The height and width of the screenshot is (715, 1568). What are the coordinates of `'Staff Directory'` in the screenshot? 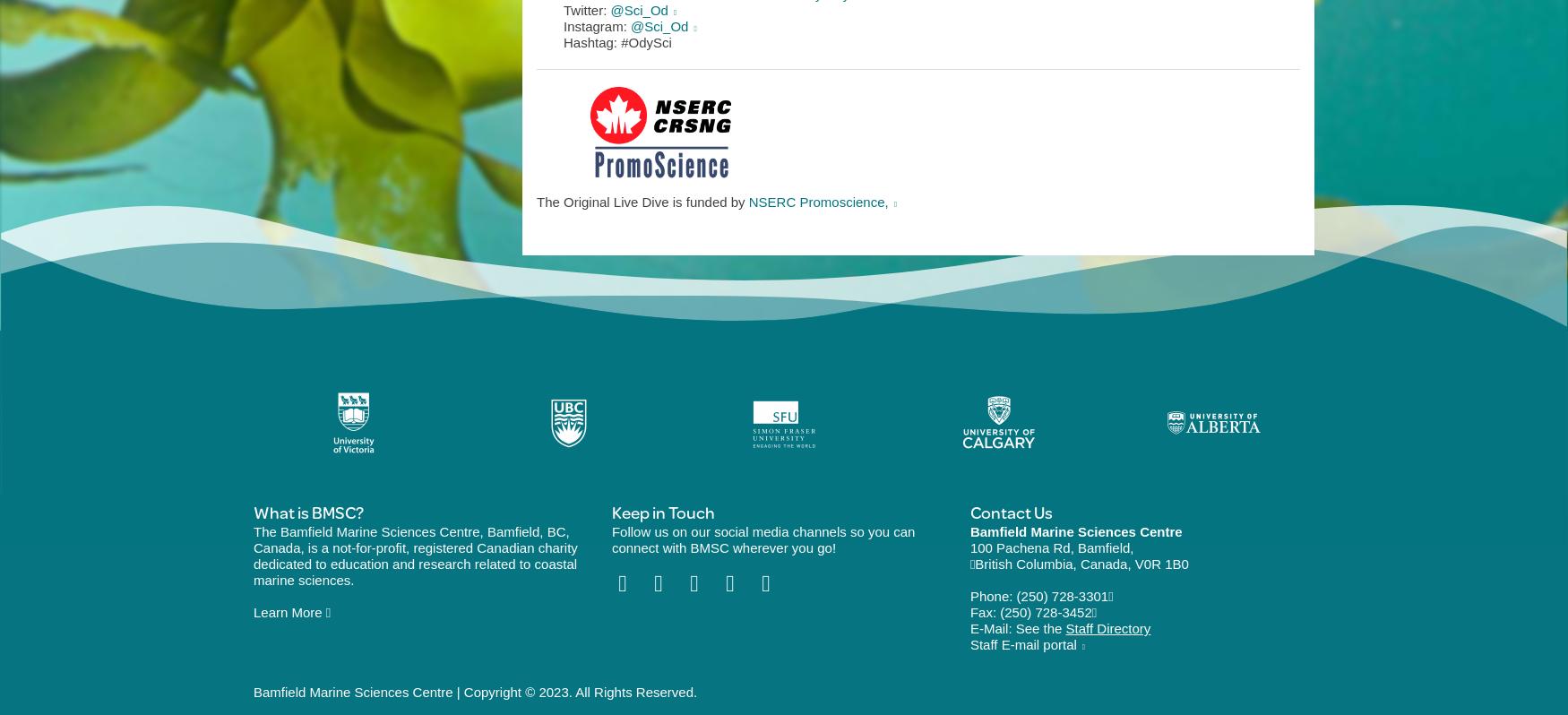 It's located at (1107, 627).